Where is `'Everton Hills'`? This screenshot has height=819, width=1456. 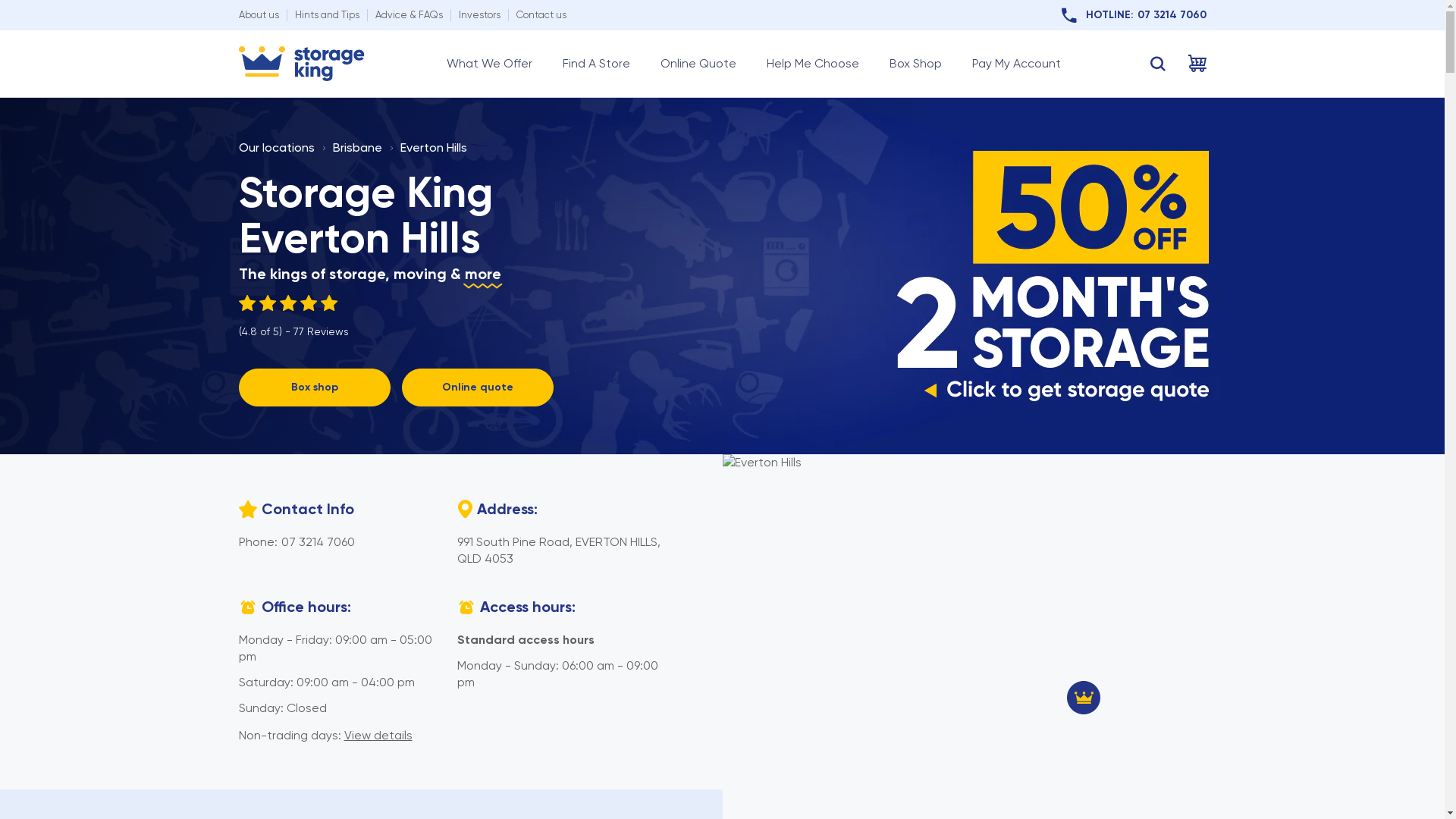
'Everton Hills' is located at coordinates (432, 147).